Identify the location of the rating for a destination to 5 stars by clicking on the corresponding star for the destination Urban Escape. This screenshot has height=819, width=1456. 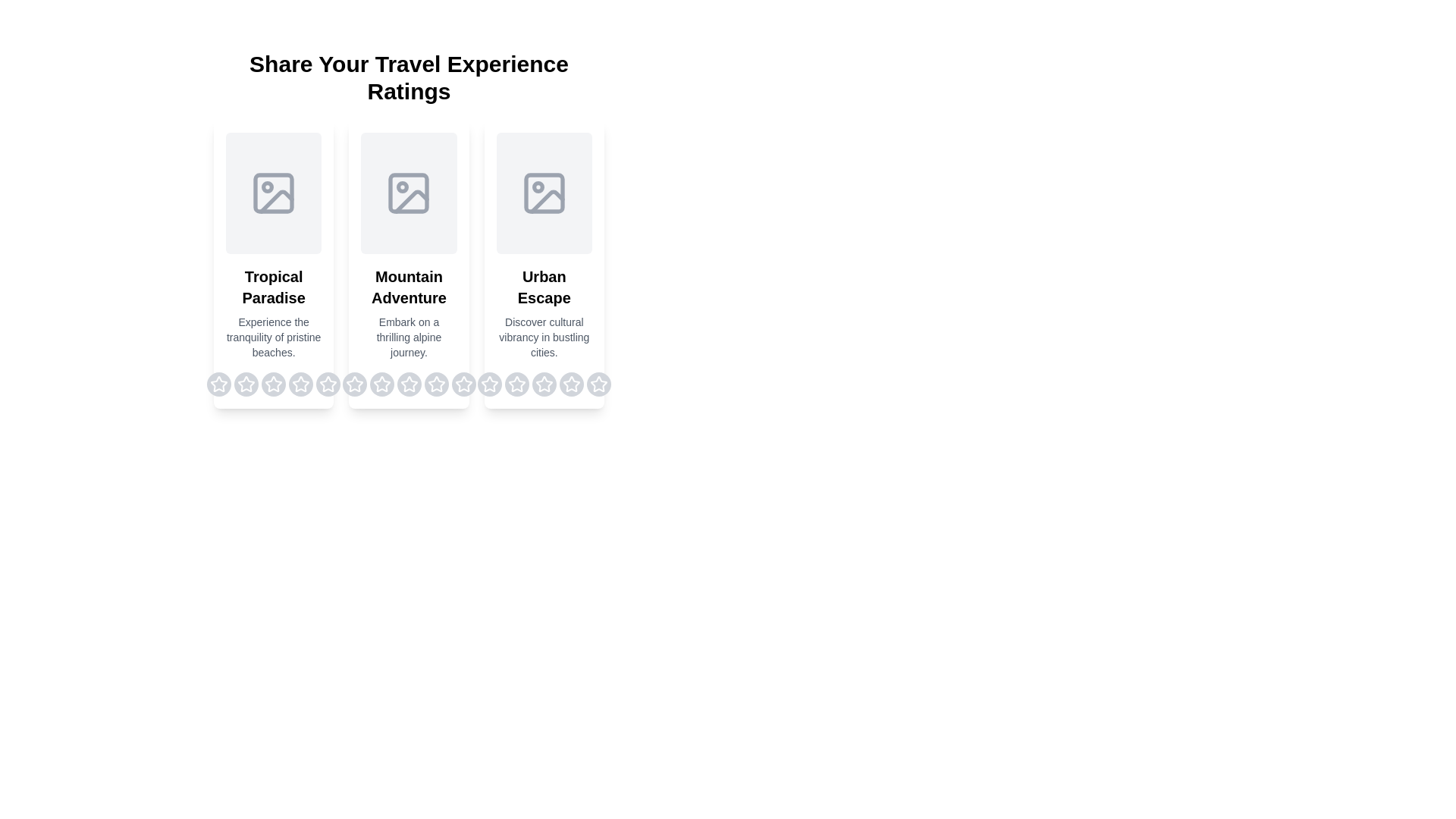
(598, 383).